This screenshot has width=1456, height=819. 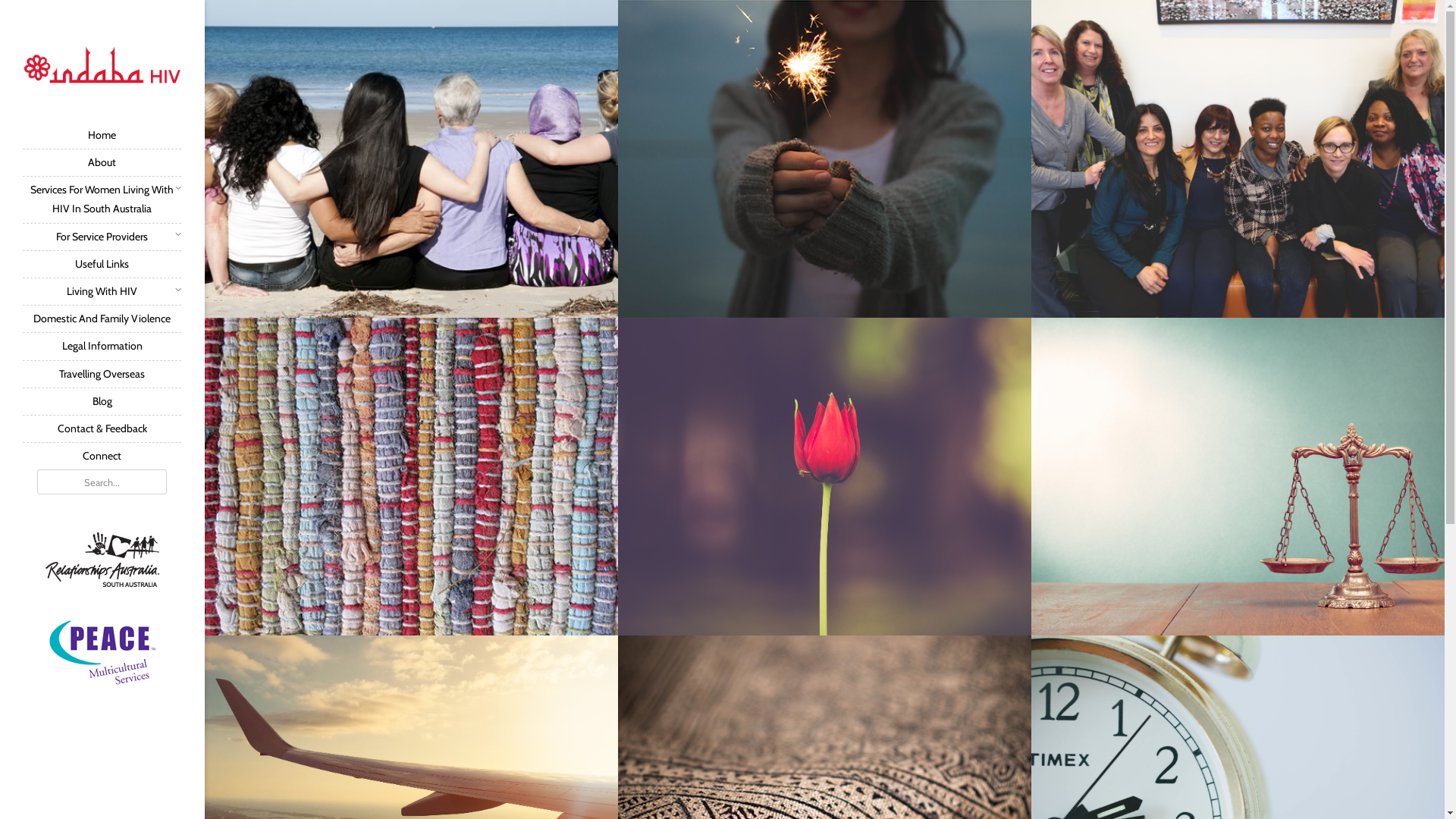 What do you see at coordinates (101, 400) in the screenshot?
I see `'Blog'` at bounding box center [101, 400].